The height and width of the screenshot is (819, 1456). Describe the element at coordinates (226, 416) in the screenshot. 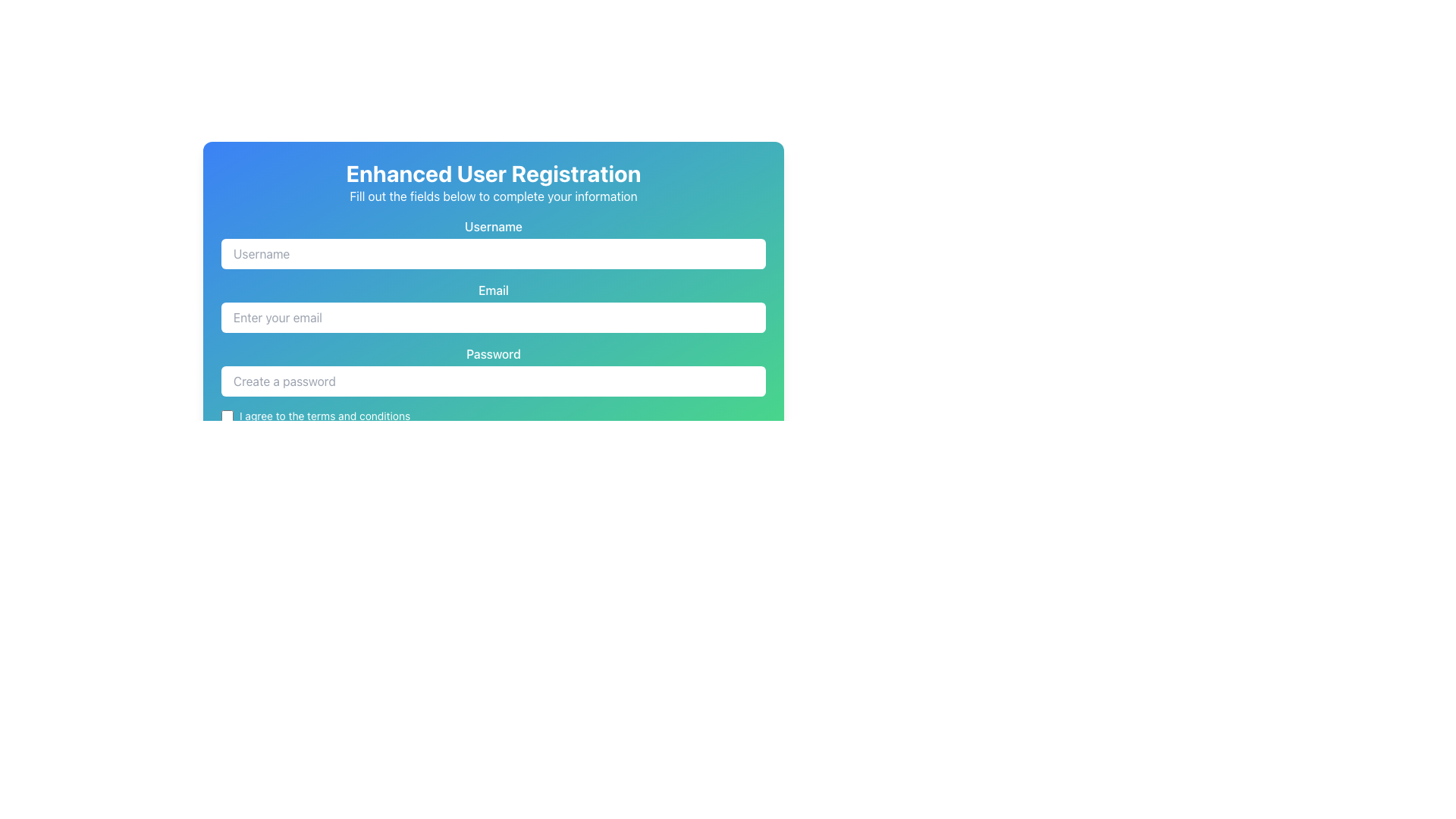

I see `the blue square checkbox located to the left of the text 'I agree to the terms and conditions' to check or uncheck it` at that location.